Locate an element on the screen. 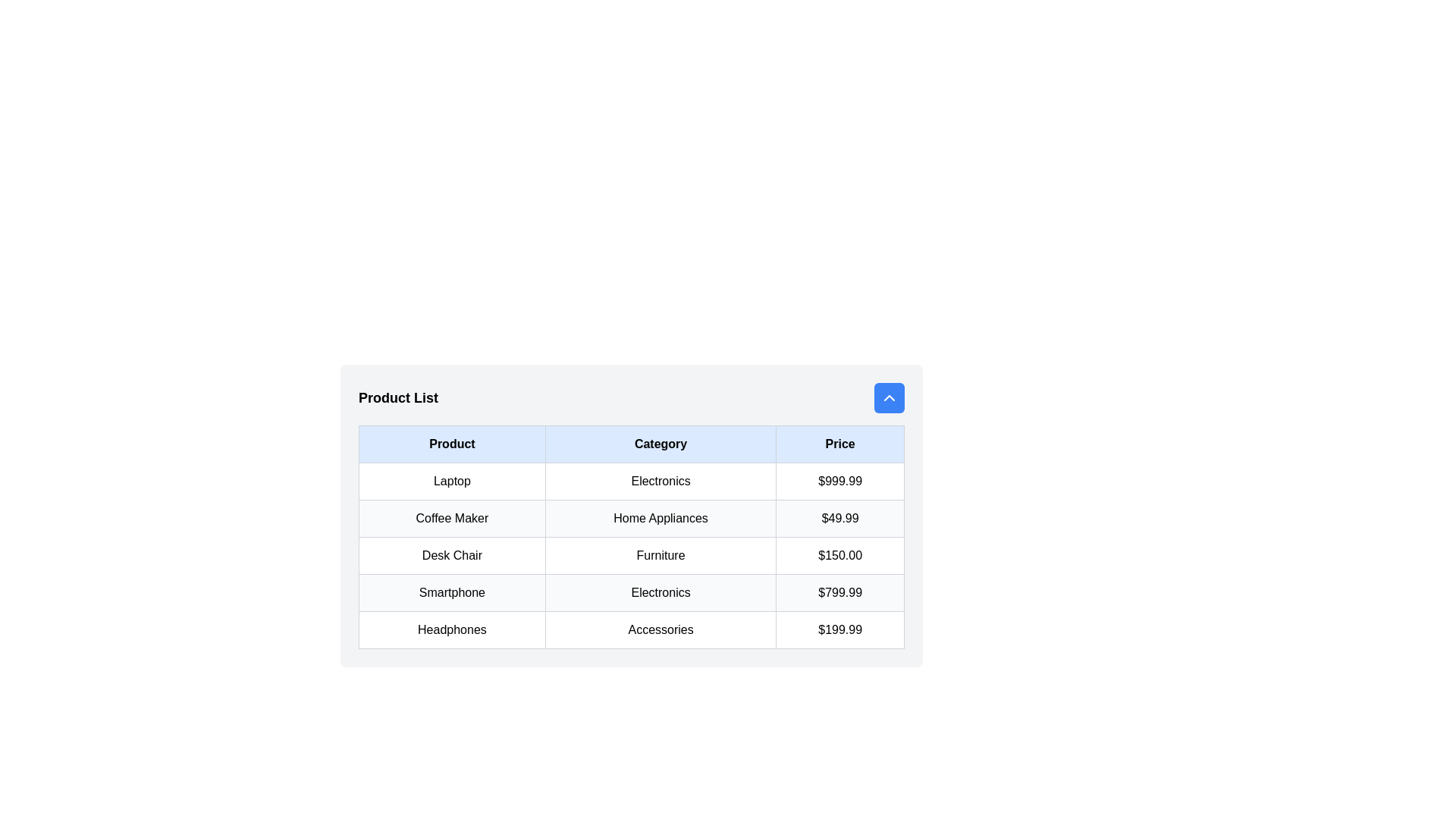  displayed price information from the Static Text Element located in the rightmost column of the first row under the 'Price' header in the product listing table is located at coordinates (839, 482).